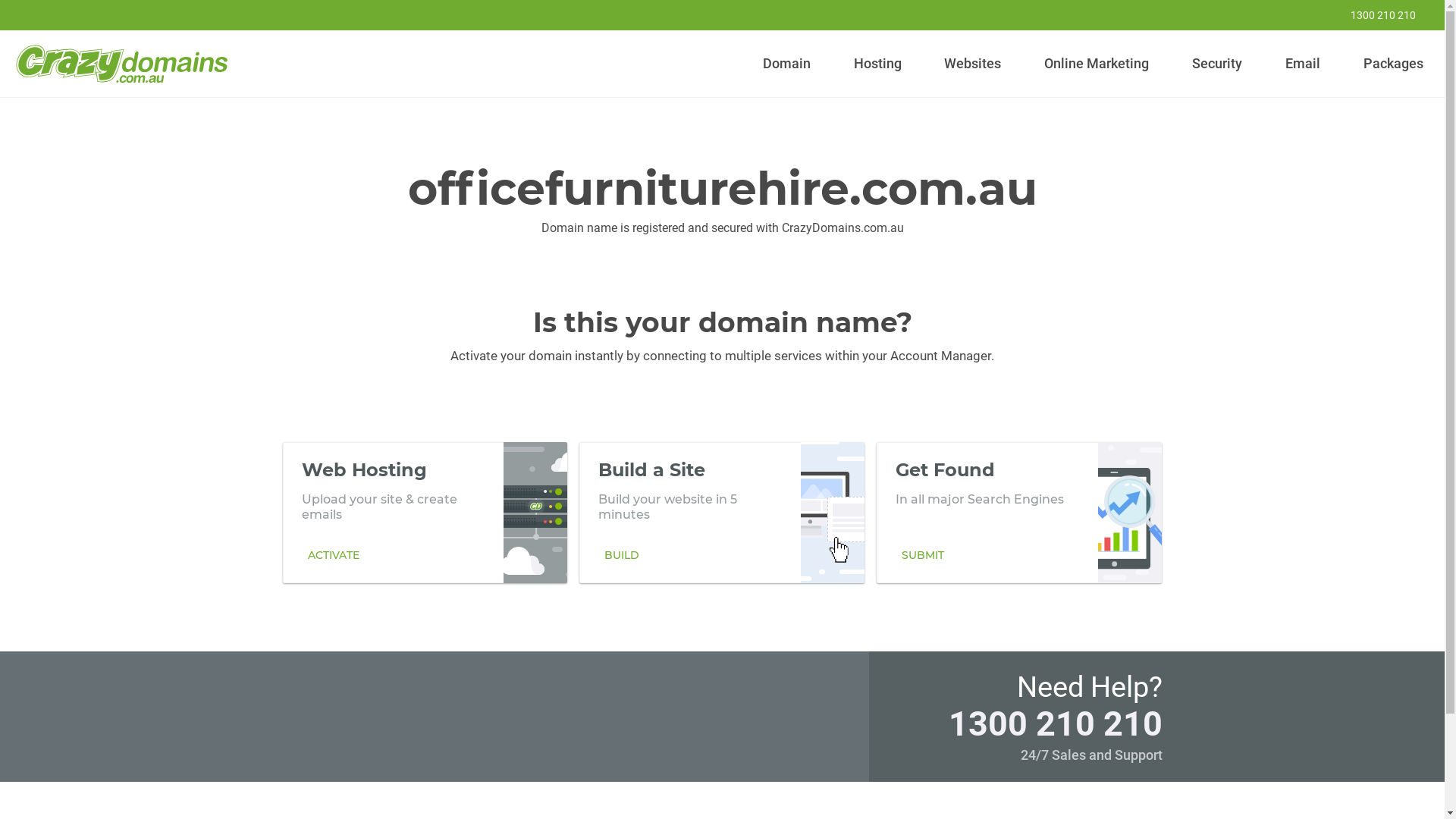 This screenshot has height=819, width=1456. Describe the element at coordinates (720, 512) in the screenshot. I see `'Build a Site` at that location.